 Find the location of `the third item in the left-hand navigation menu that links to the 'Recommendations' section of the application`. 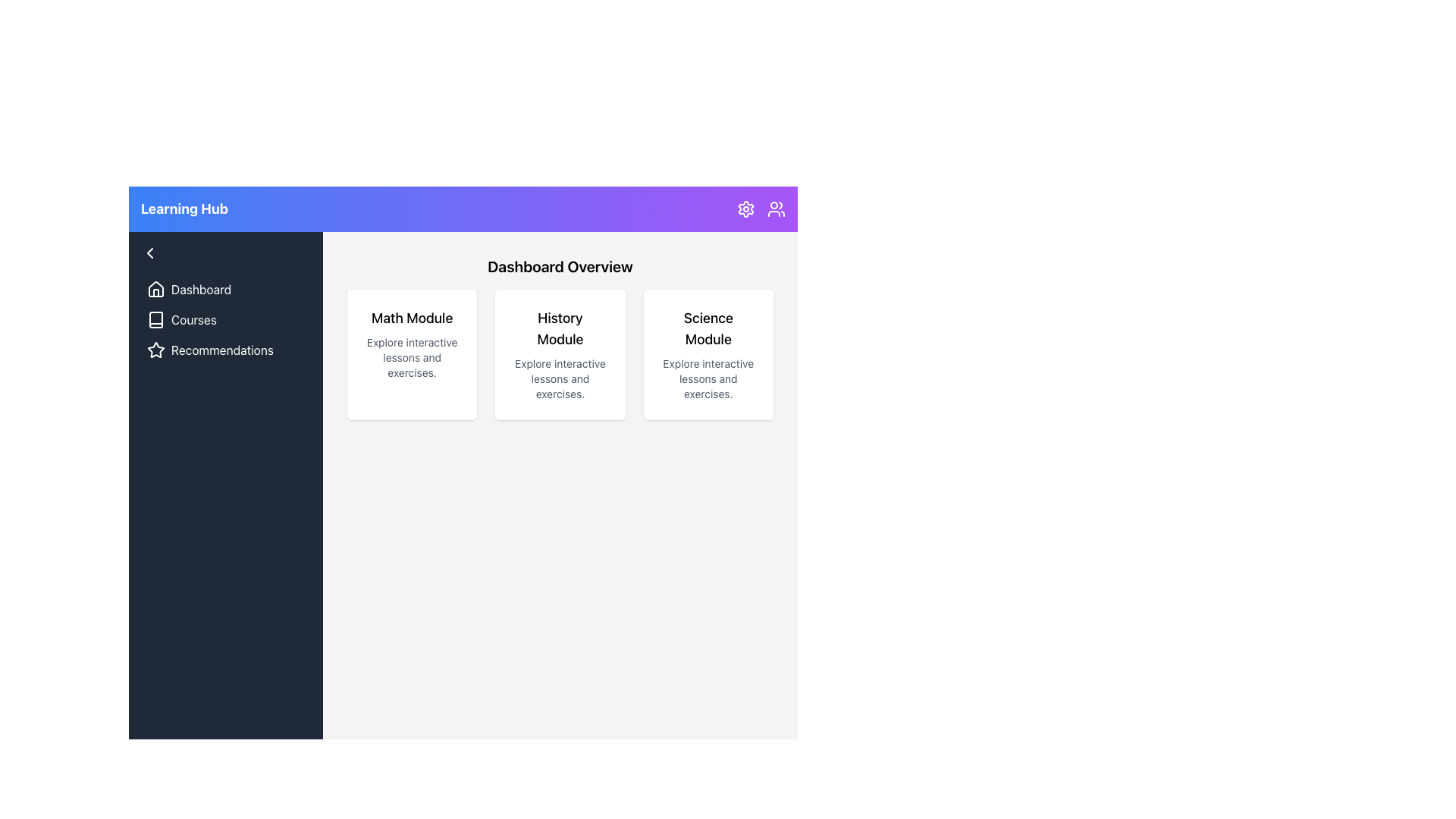

the third item in the left-hand navigation menu that links to the 'Recommendations' section of the application is located at coordinates (224, 350).